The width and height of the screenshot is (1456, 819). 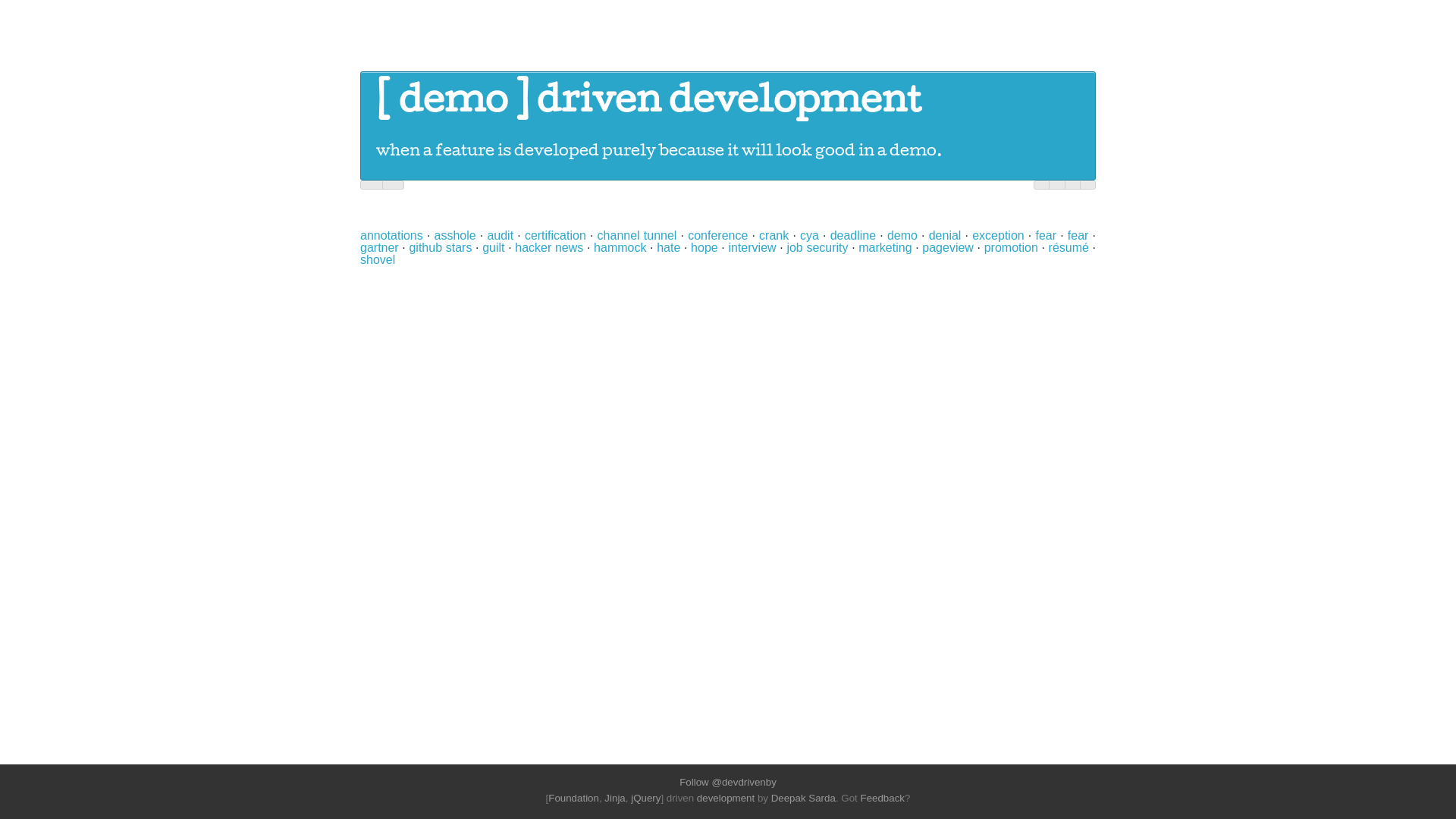 I want to click on 'asshole', so click(x=432, y=235).